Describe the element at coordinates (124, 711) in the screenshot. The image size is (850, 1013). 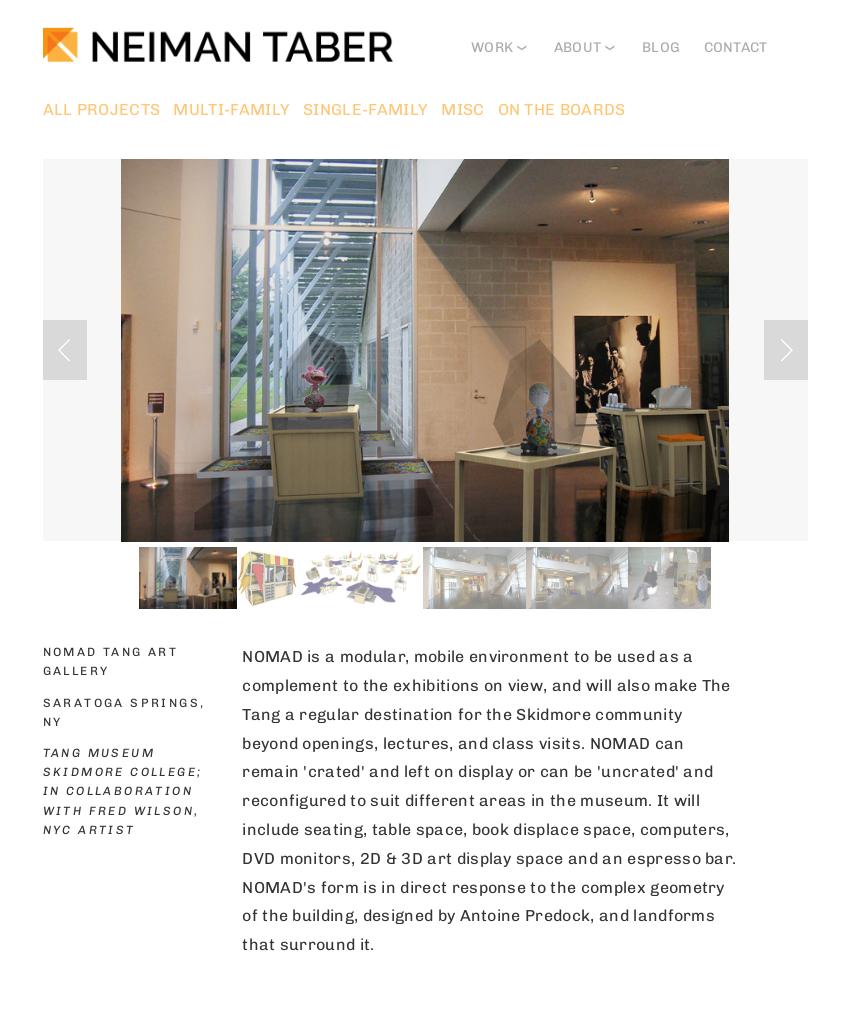
I see `'Saratoga Springs, NY'` at that location.